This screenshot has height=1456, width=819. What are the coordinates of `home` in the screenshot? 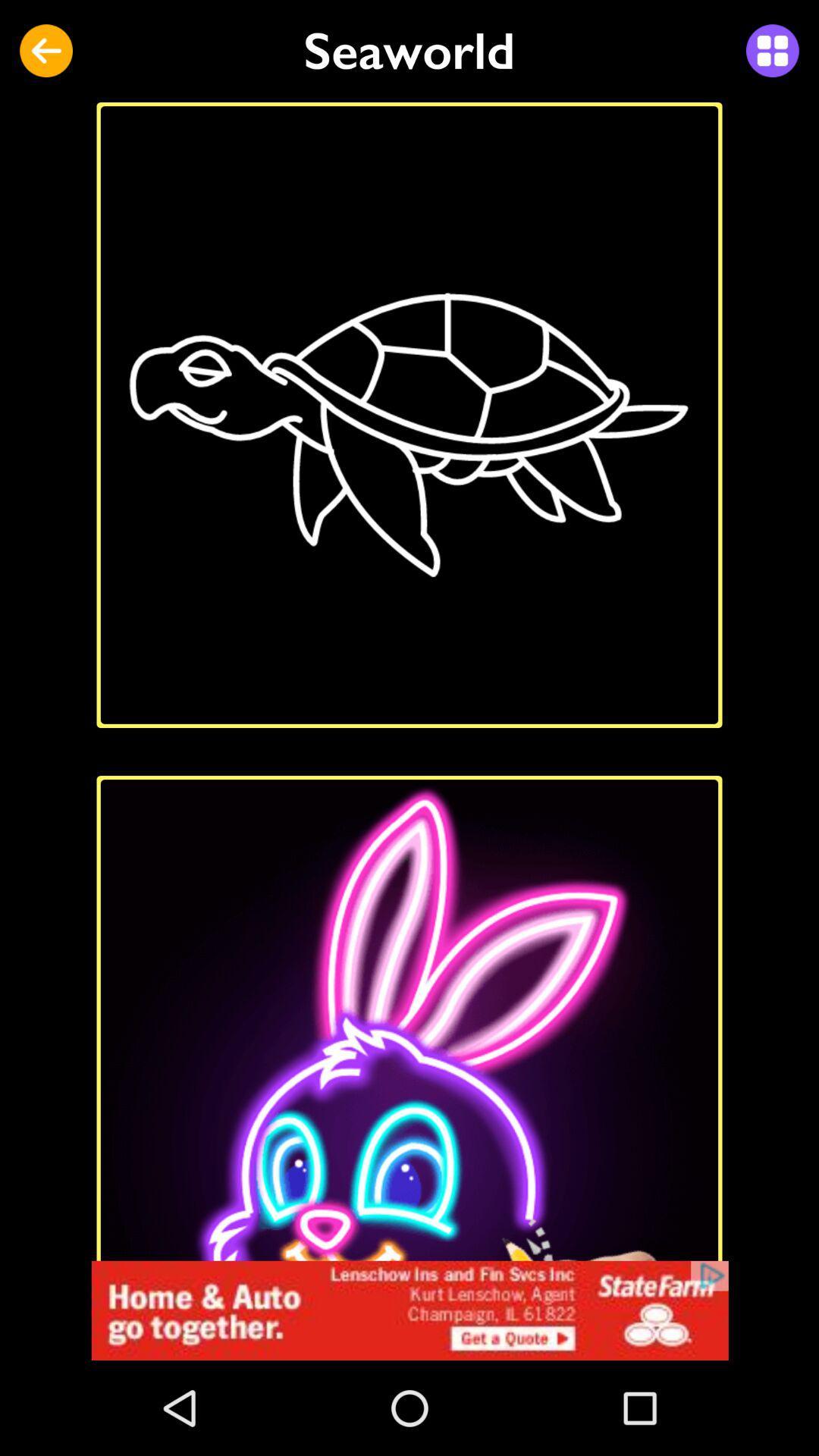 It's located at (409, 1310).